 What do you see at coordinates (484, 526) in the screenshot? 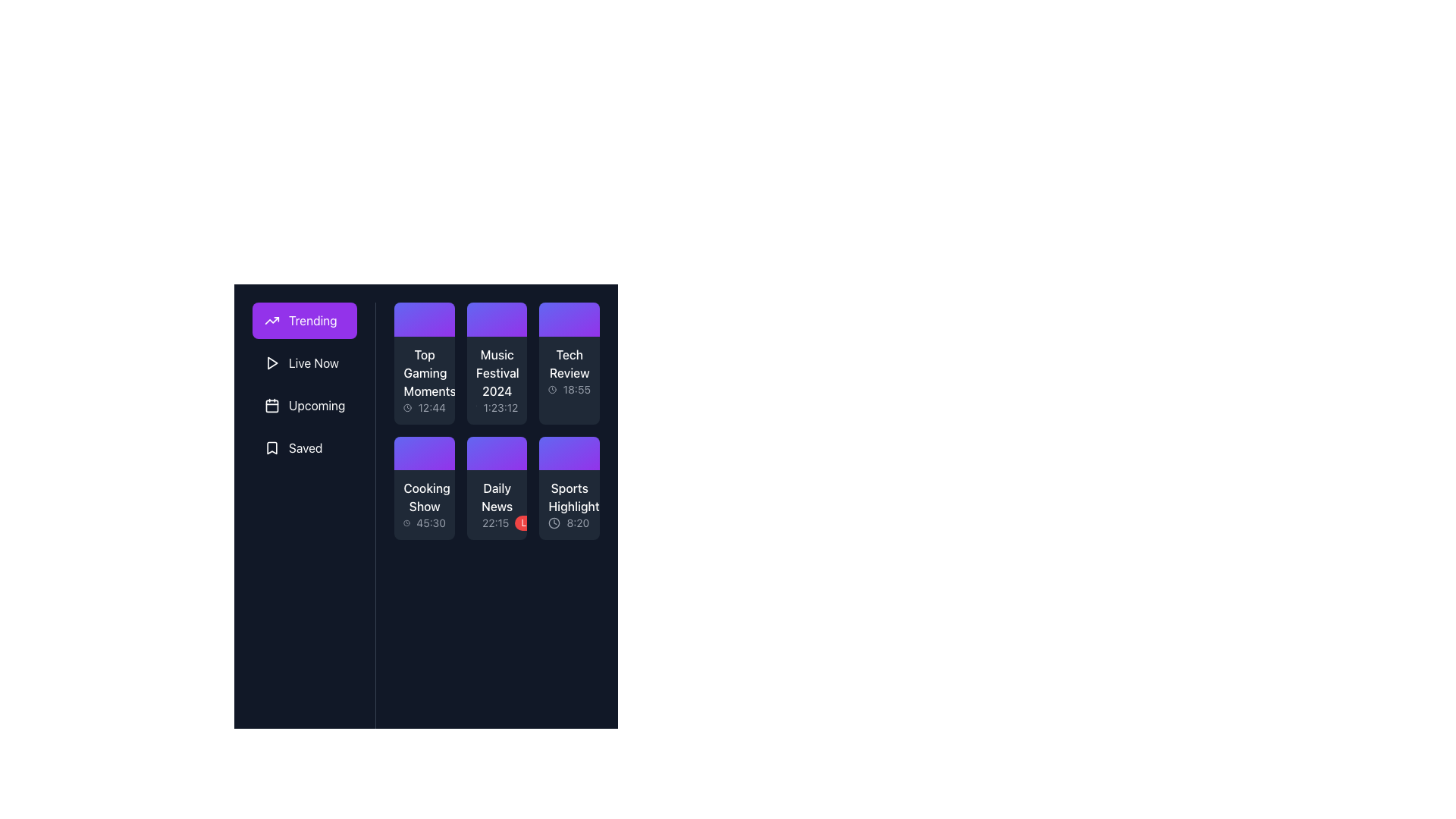
I see `the circular clock icon located within the 'Daily News' section` at bounding box center [484, 526].